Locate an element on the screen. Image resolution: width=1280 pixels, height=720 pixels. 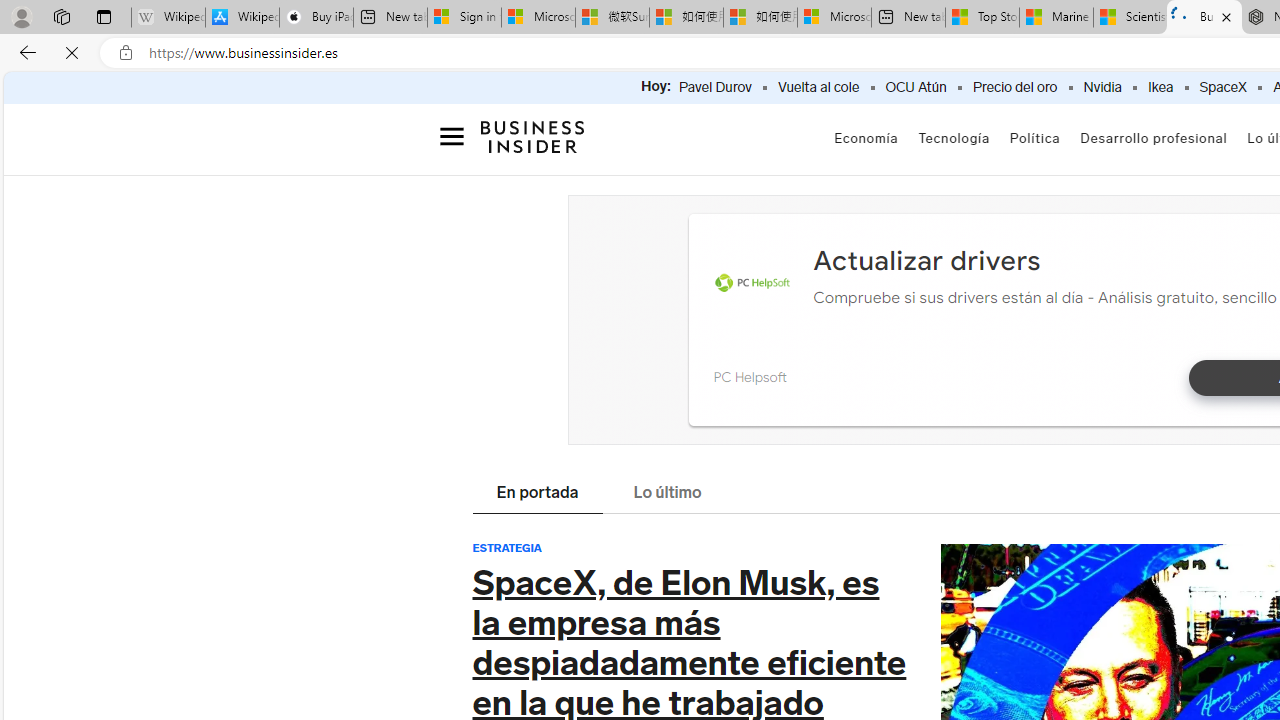
'Vuelta al cole' is located at coordinates (818, 87).